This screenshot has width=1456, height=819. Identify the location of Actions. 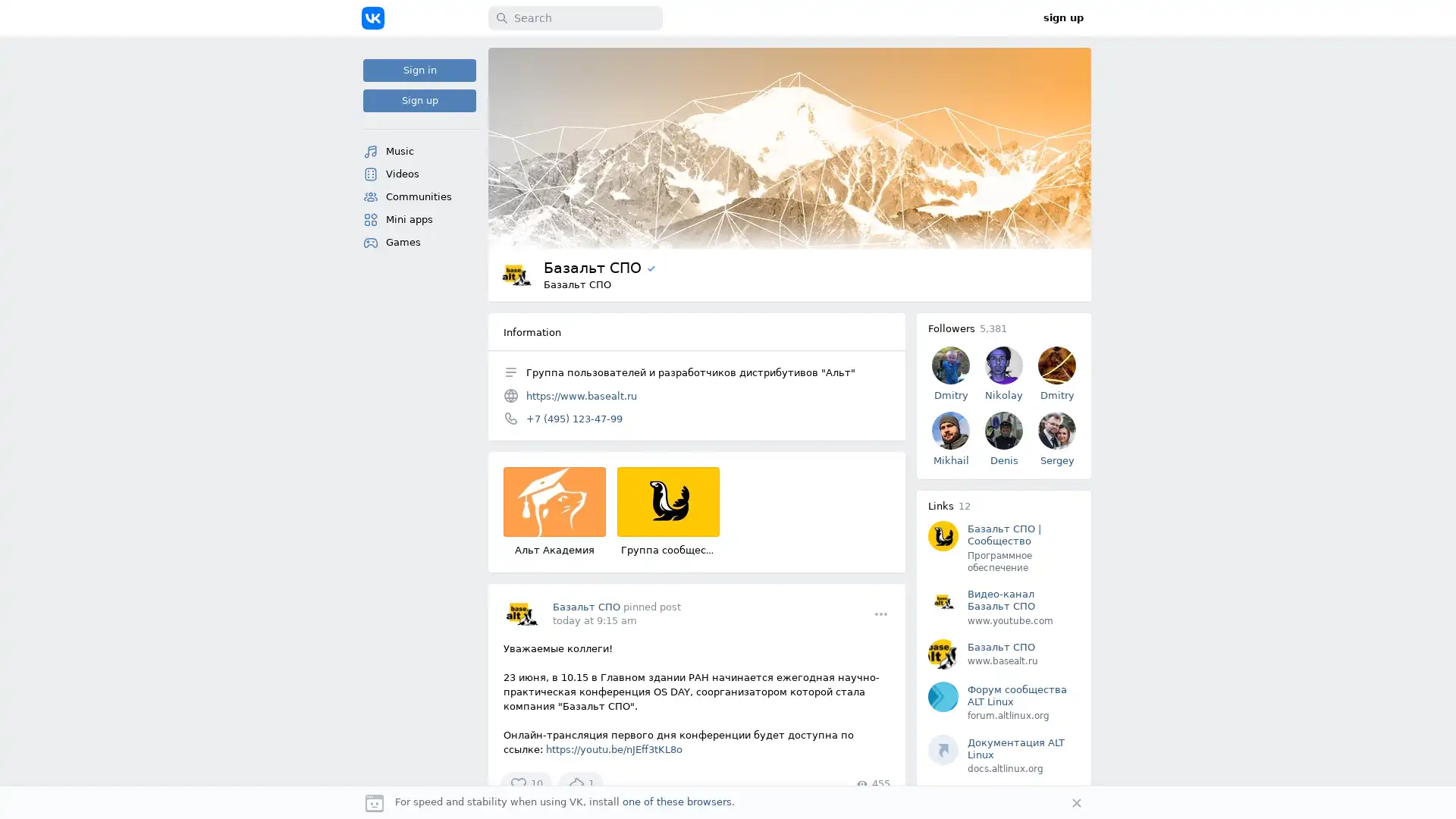
(880, 613).